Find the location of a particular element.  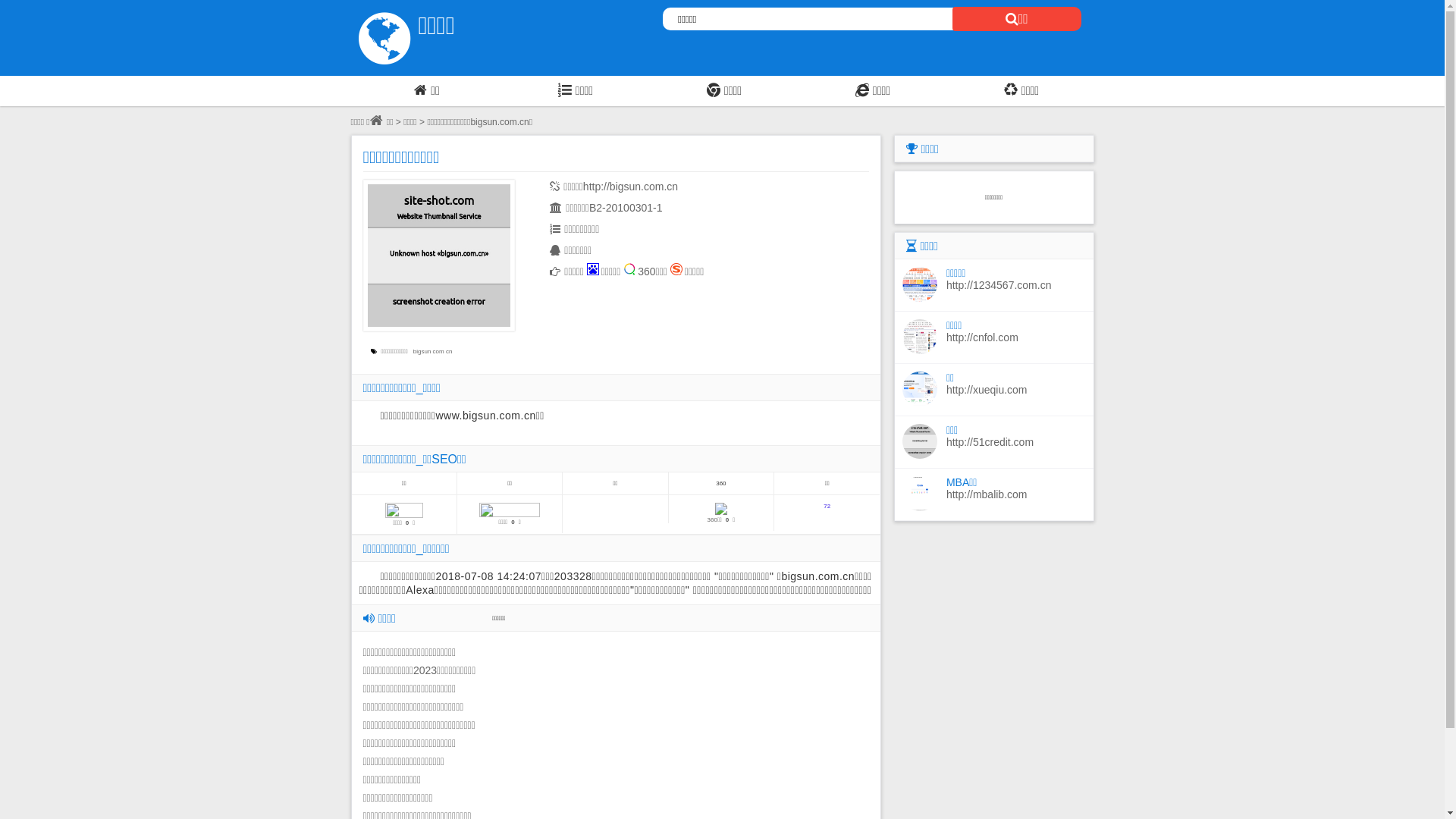

'bigsun com cn' is located at coordinates (413, 351).